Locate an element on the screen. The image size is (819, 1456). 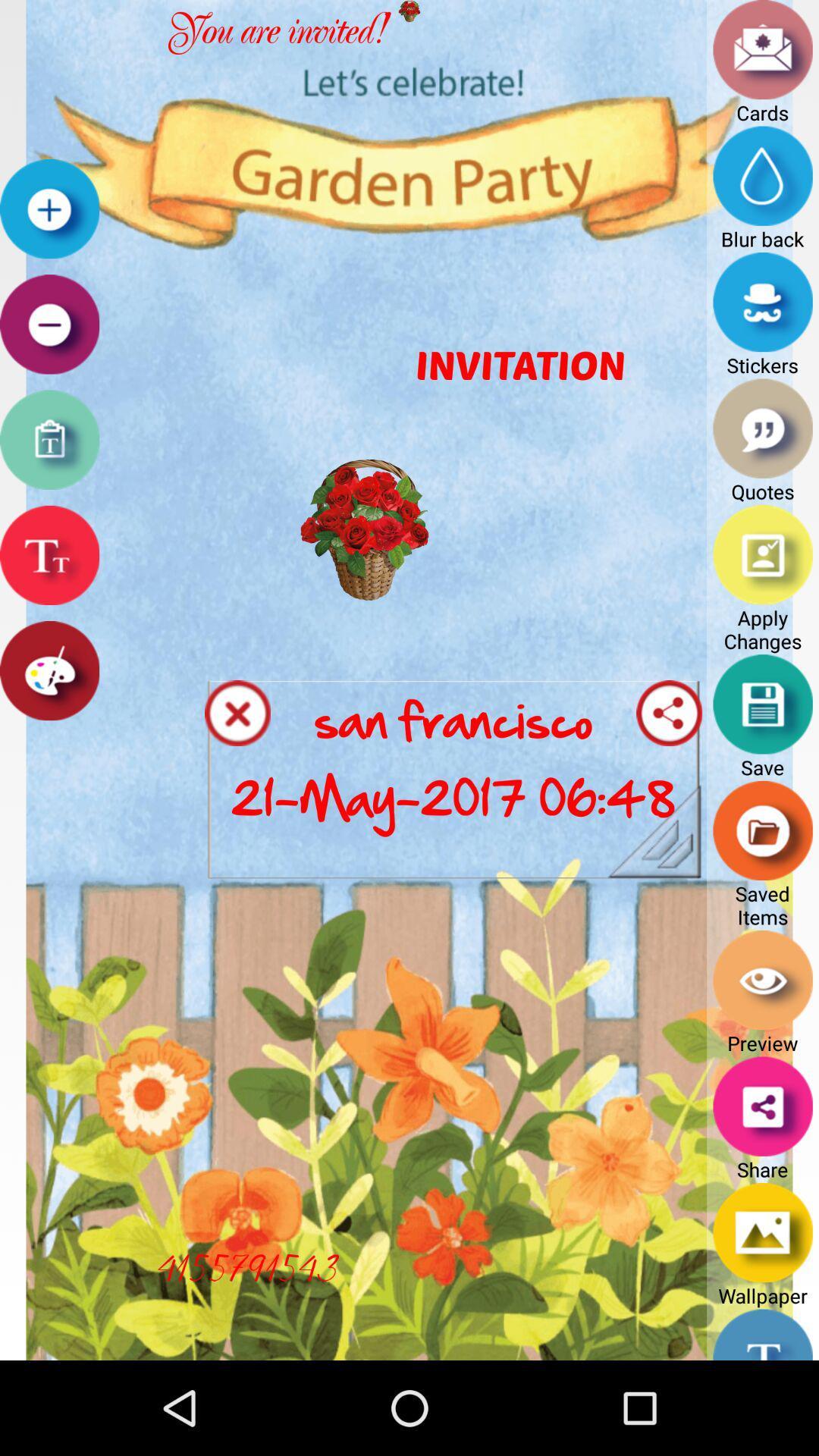
the font icon is located at coordinates (49, 593).